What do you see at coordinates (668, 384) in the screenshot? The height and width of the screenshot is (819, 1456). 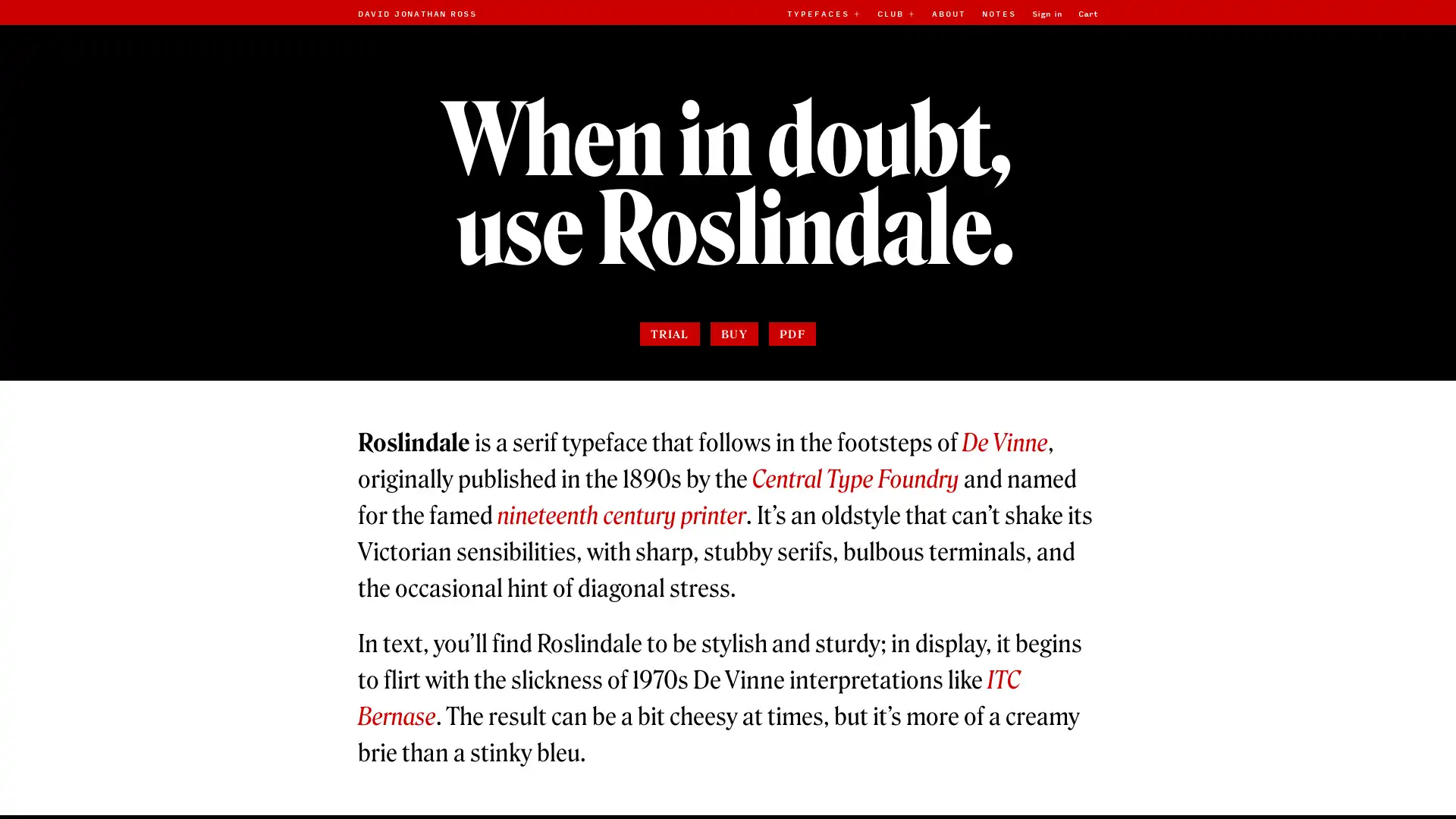 I see `Trial` at bounding box center [668, 384].